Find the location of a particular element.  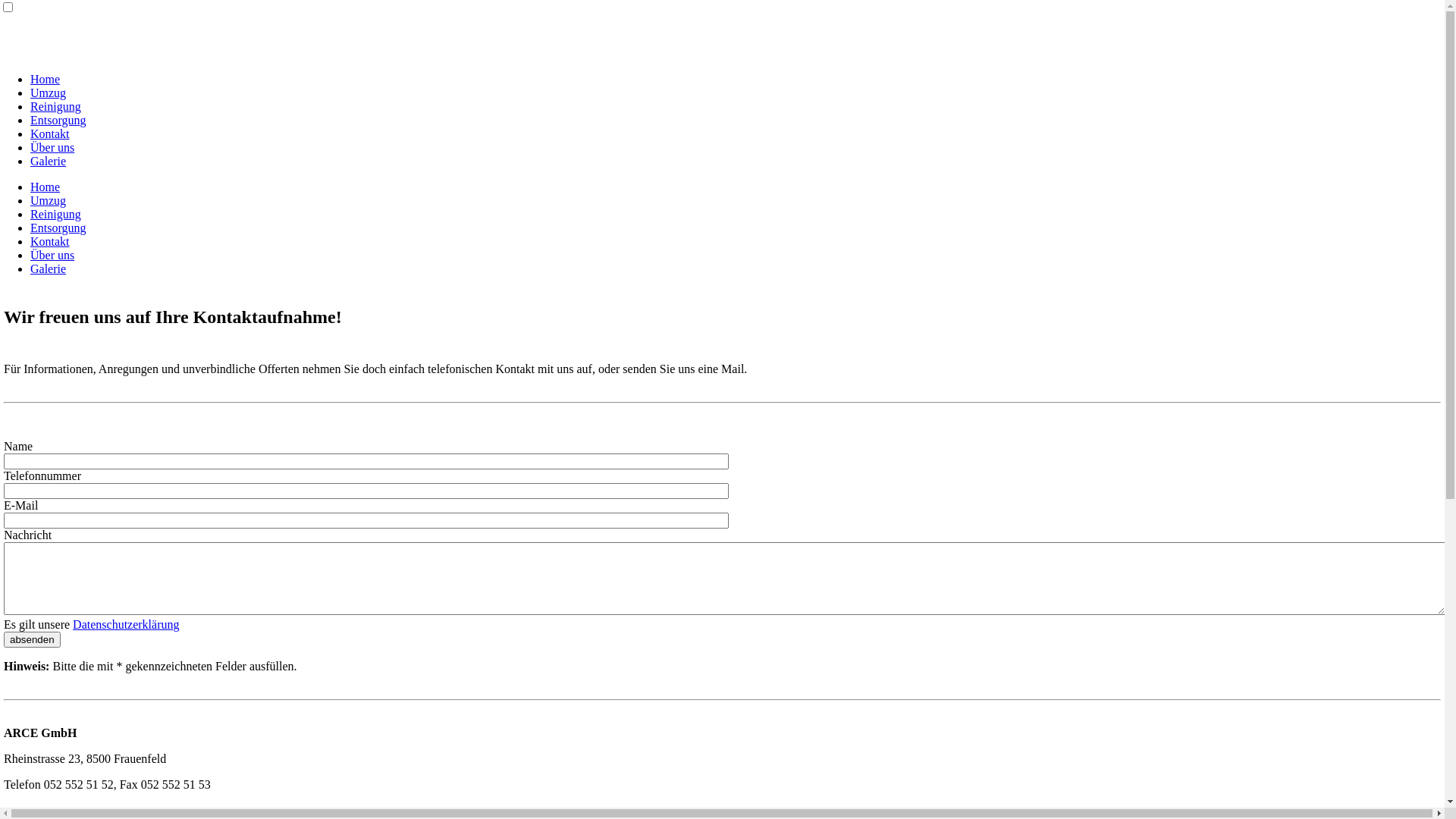

'Home' is located at coordinates (45, 186).